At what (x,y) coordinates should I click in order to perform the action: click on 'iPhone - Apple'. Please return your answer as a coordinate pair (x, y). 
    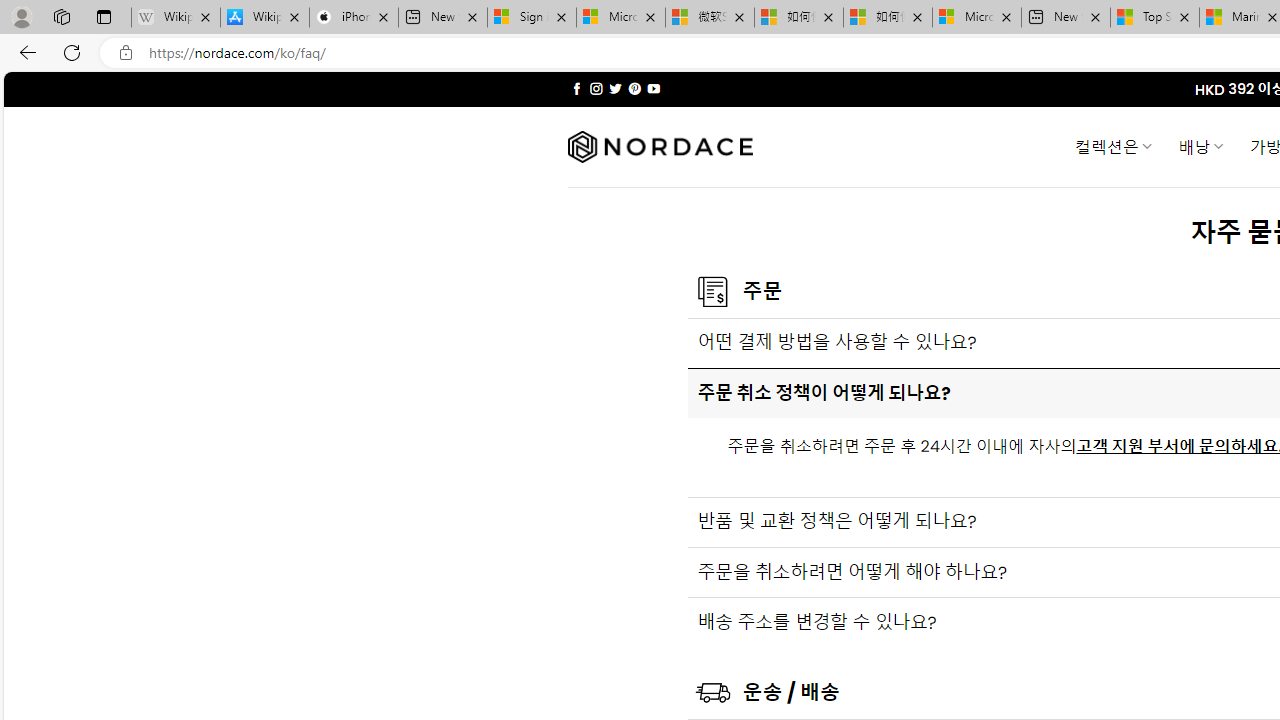
    Looking at the image, I should click on (353, 17).